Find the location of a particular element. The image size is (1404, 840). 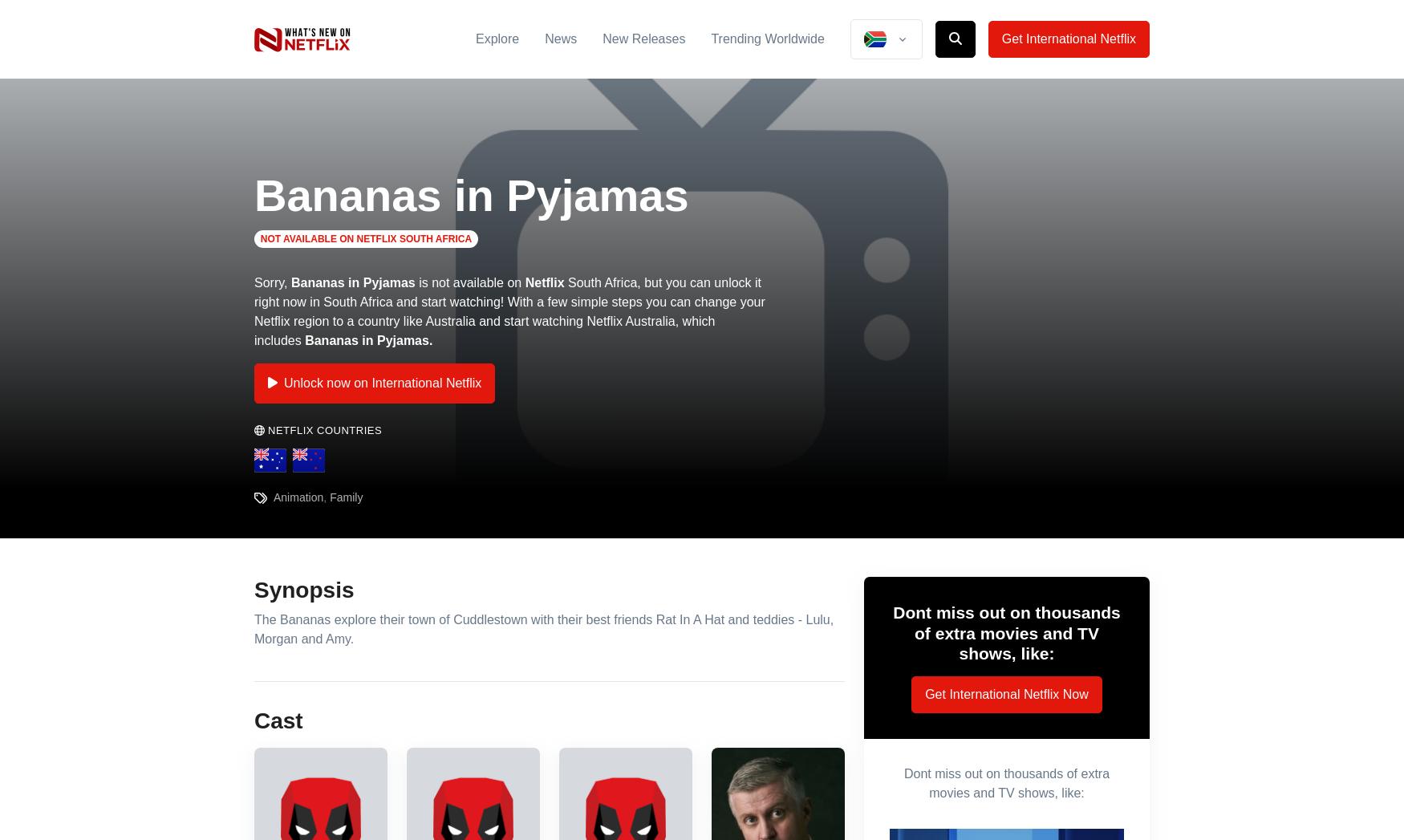

'The Elephant' is located at coordinates (528, 144).